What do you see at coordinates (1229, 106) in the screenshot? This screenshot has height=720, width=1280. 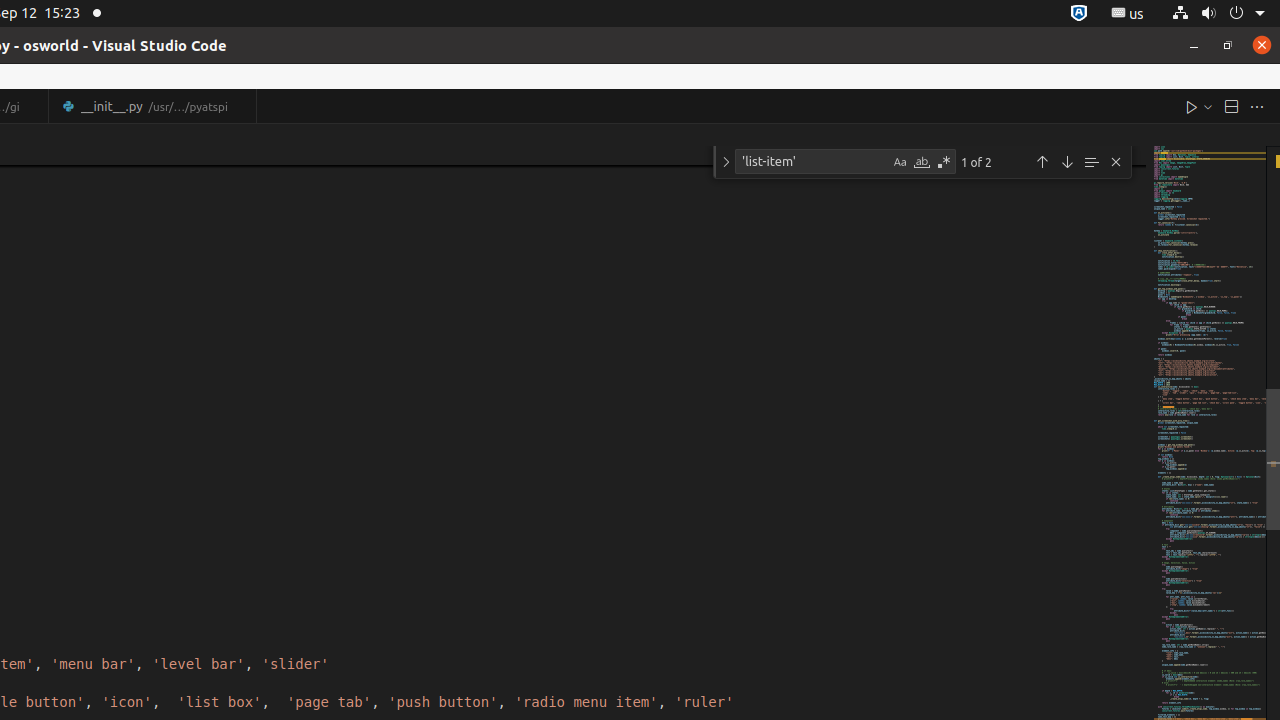 I see `'Split Editor Right (Ctrl+\) [Alt] Split Editor Down'` at bounding box center [1229, 106].